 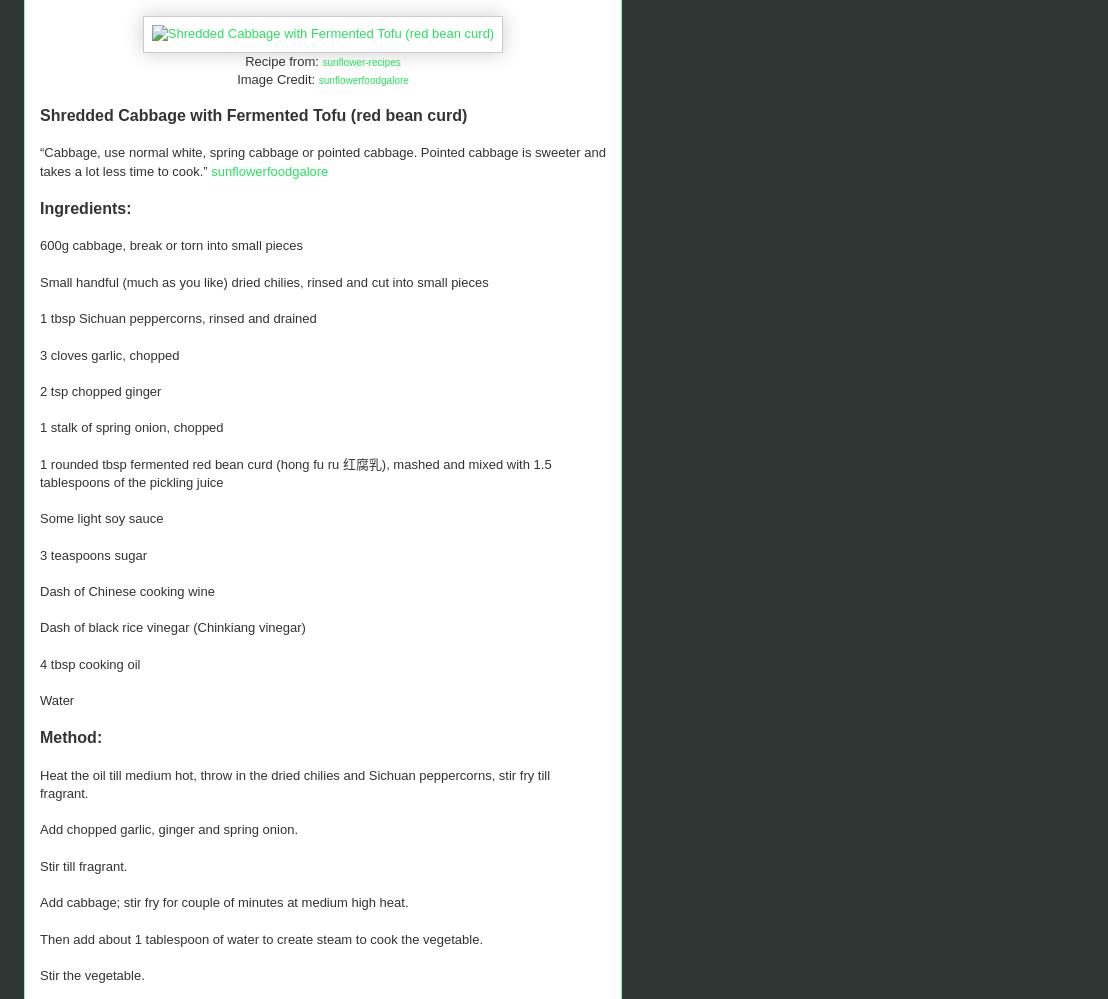 I want to click on '3 cloves garlic, chopped', so click(x=109, y=354).